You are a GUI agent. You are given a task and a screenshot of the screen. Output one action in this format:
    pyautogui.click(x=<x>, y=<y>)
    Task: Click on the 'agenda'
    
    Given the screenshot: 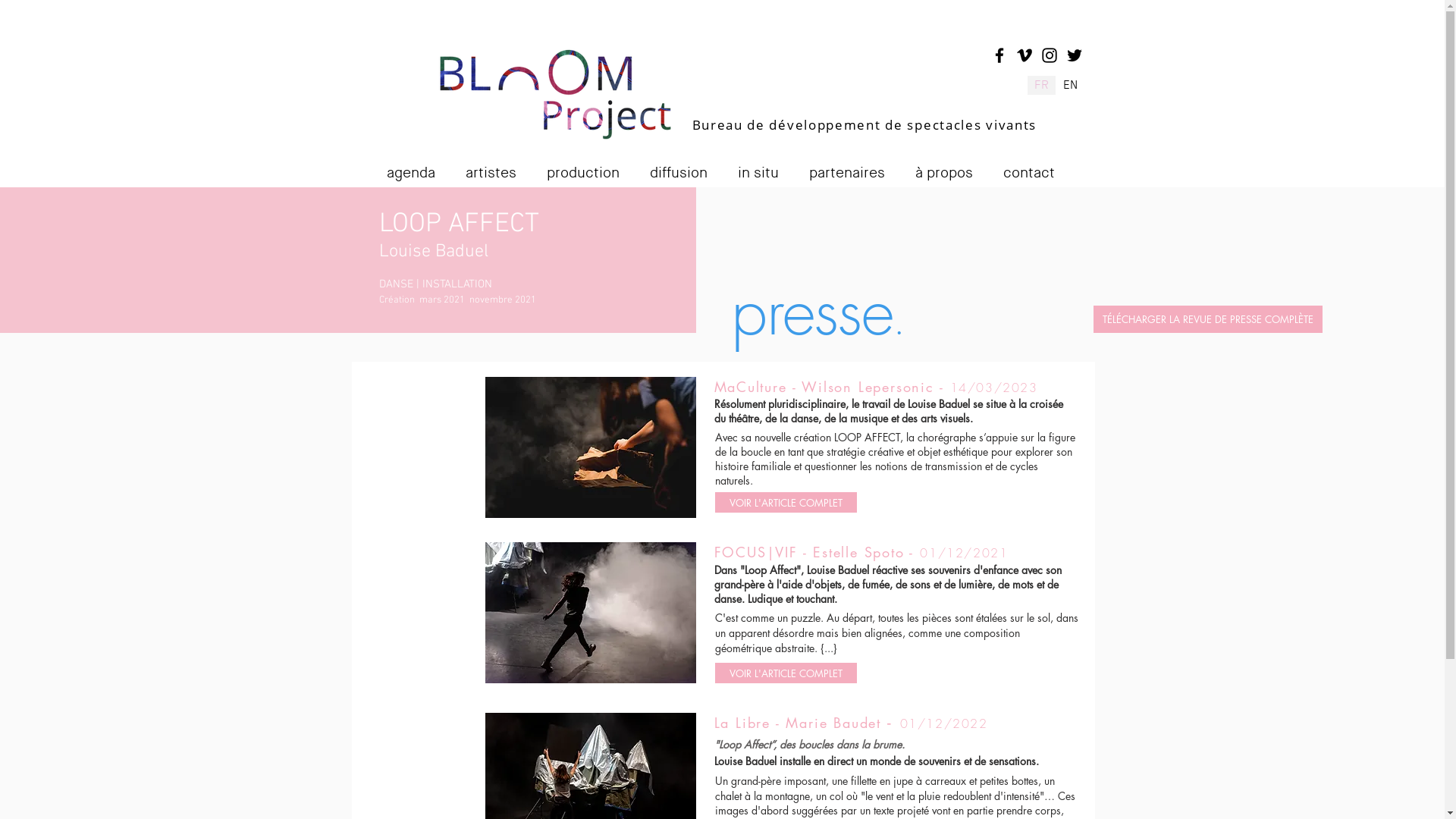 What is the action you would take?
    pyautogui.click(x=419, y=166)
    